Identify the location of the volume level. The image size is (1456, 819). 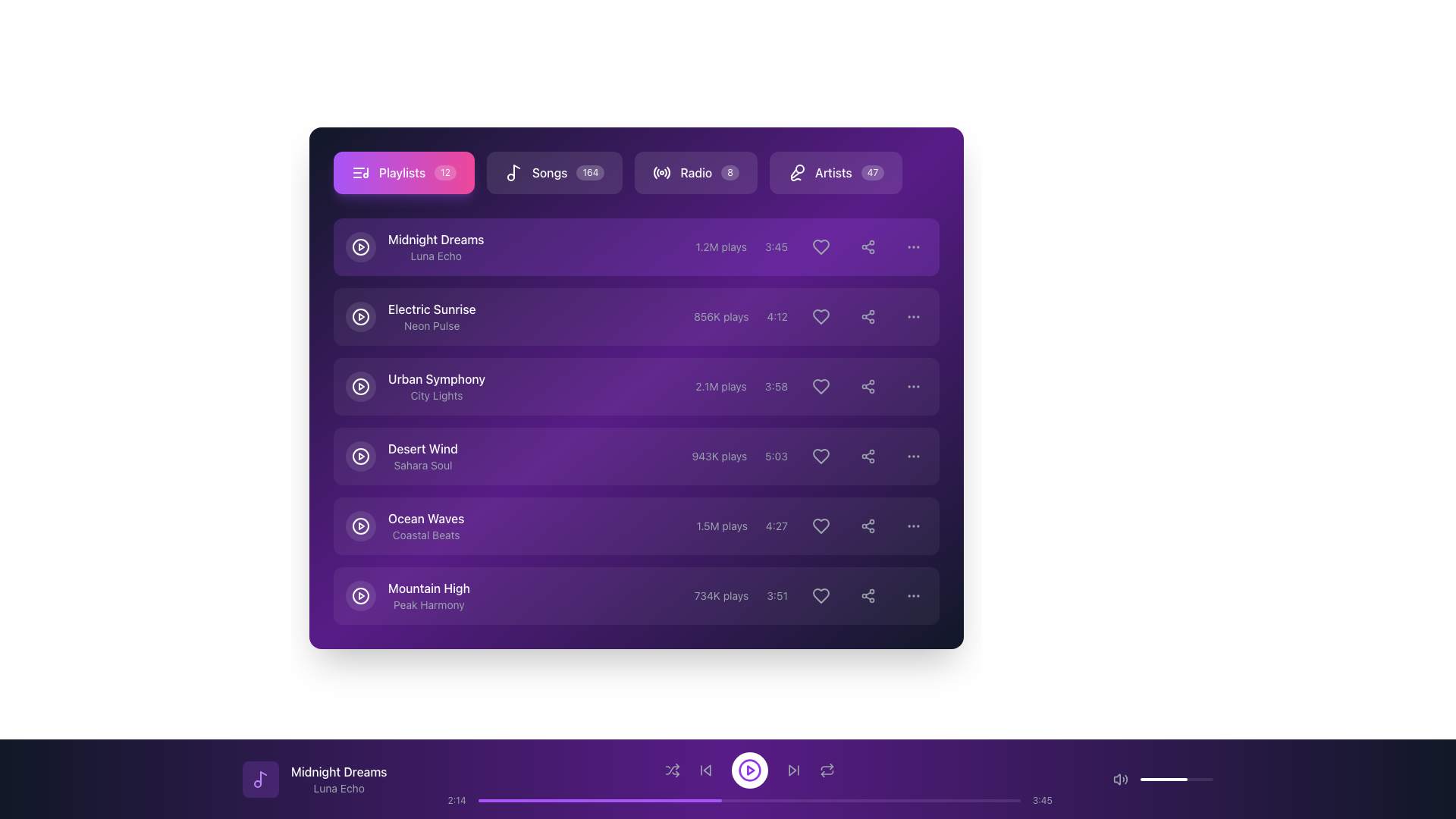
(1199, 780).